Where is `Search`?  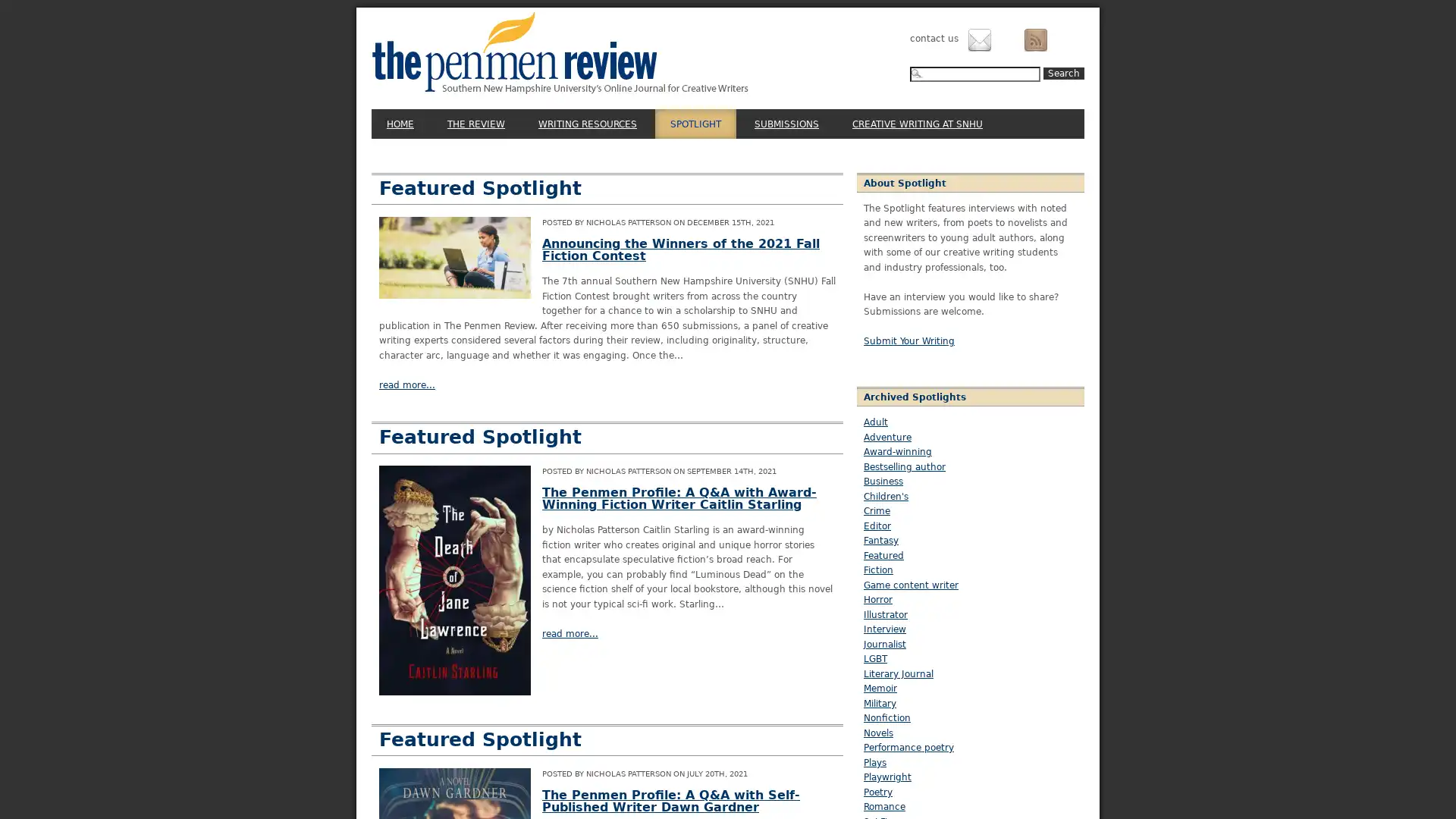 Search is located at coordinates (1062, 73).